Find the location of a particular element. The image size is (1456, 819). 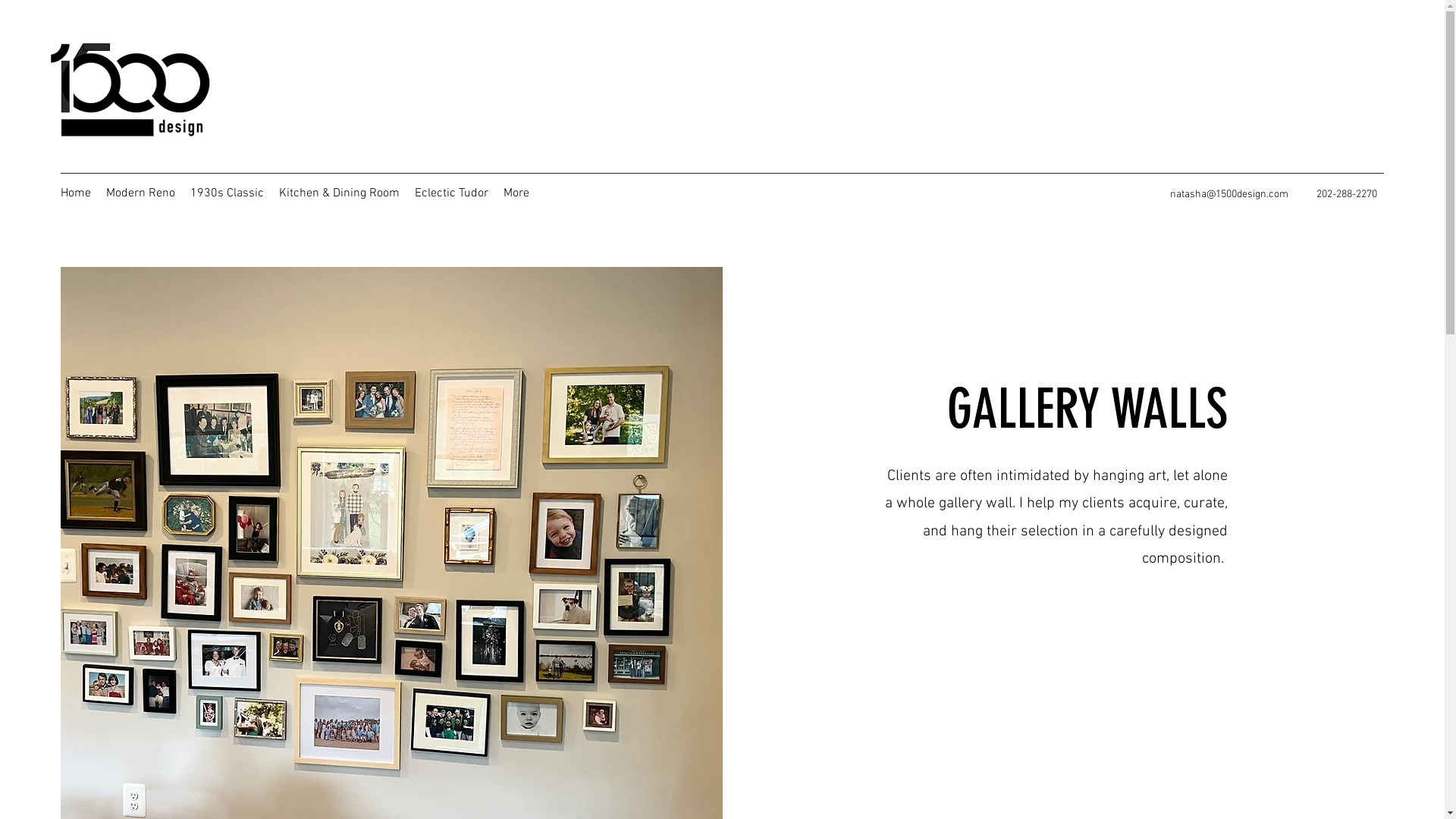

'Home' is located at coordinates (75, 192).